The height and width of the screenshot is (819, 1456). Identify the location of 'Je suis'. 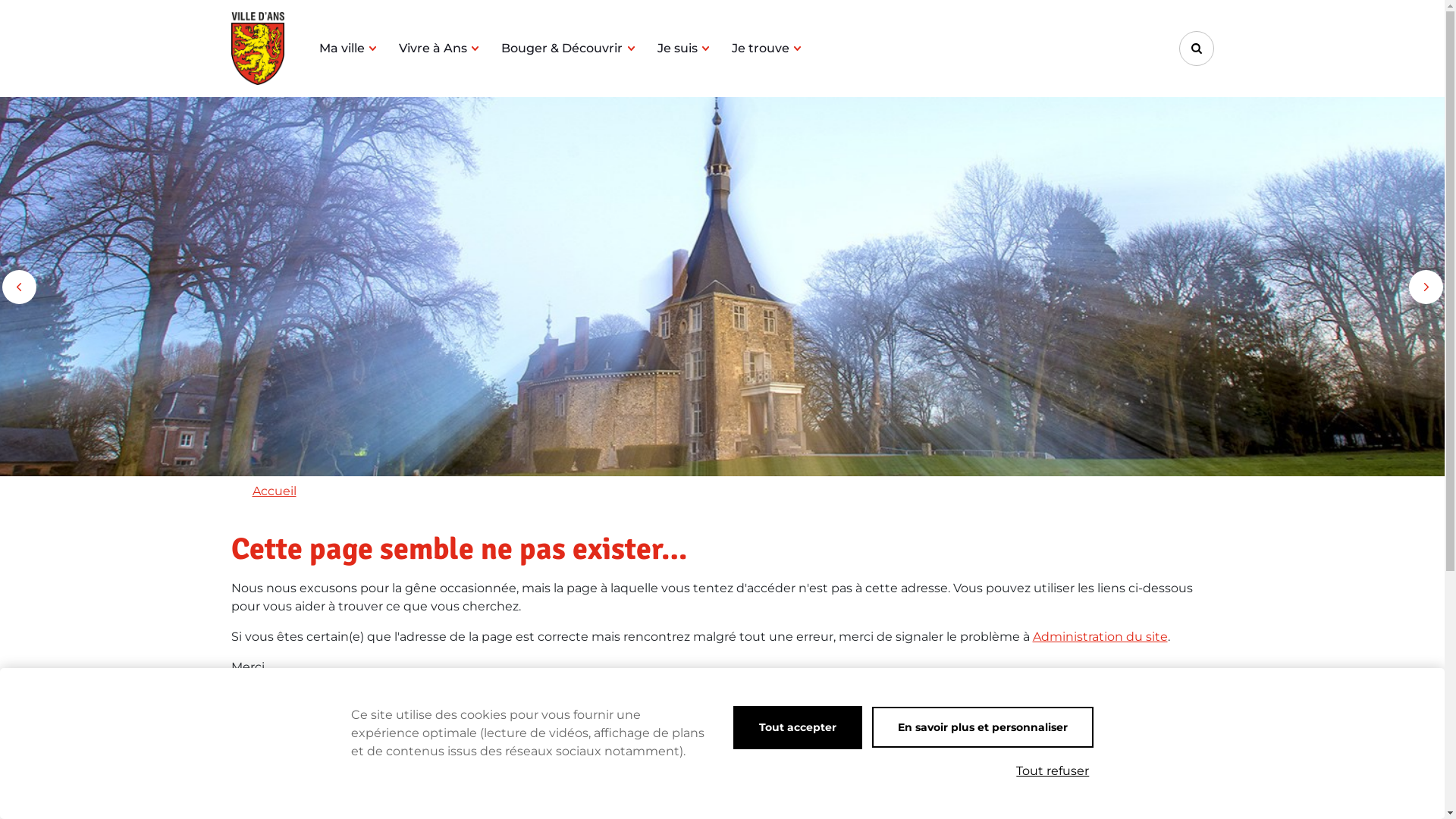
(682, 48).